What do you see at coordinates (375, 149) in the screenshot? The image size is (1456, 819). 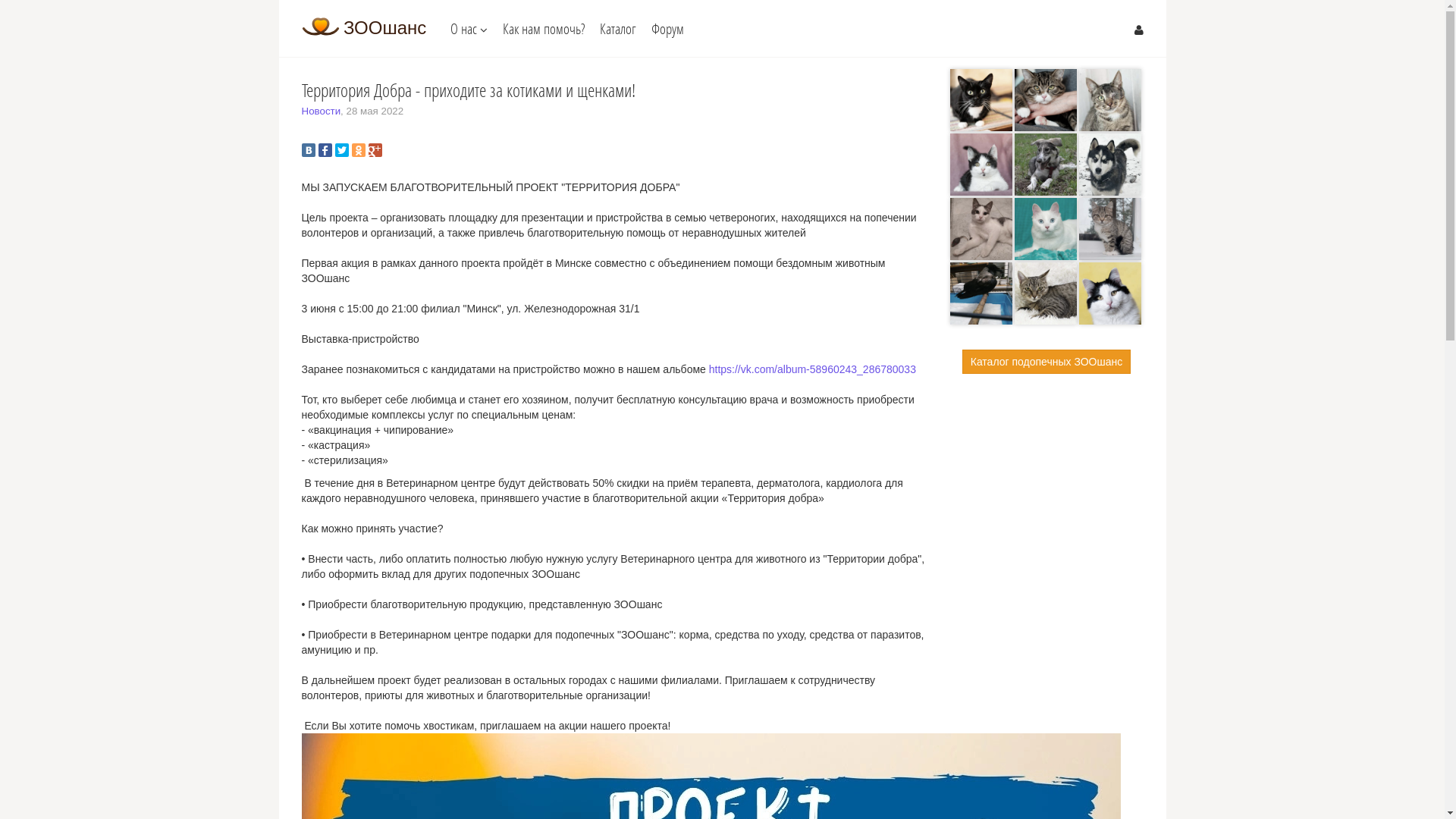 I see `'Google Plus'` at bounding box center [375, 149].